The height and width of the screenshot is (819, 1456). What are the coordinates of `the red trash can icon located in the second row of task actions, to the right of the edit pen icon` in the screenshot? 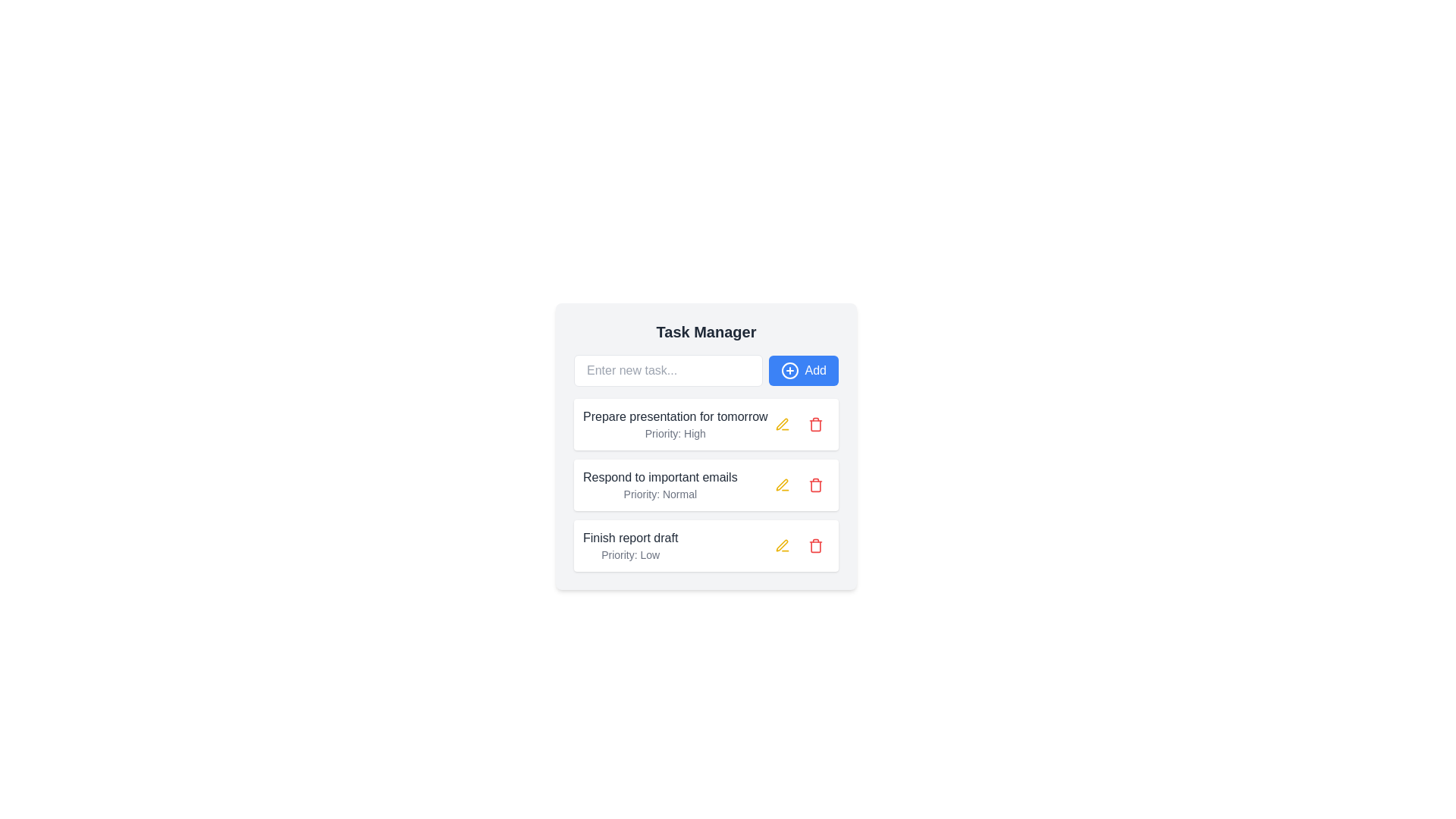 It's located at (814, 485).